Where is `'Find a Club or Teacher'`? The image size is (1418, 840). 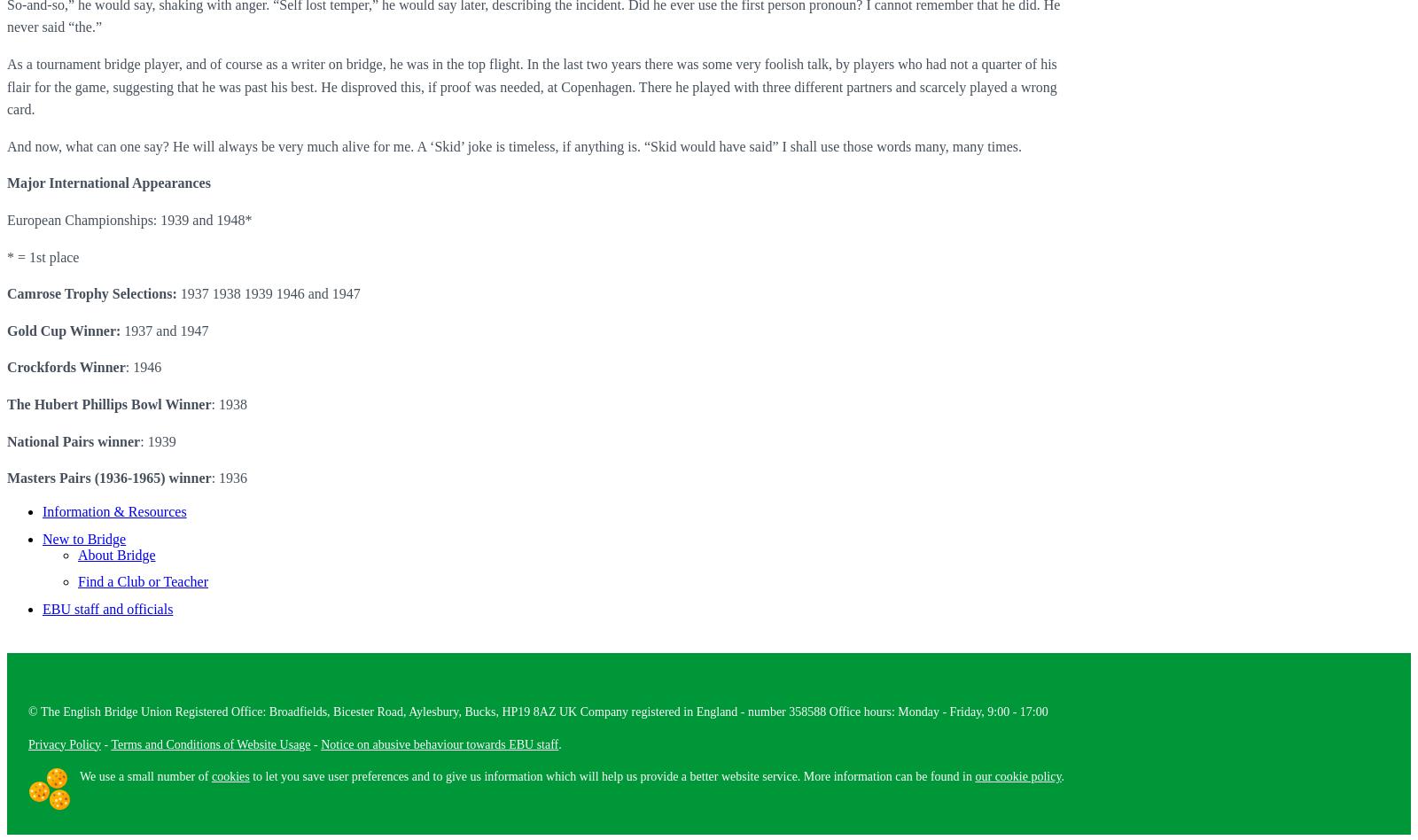
'Find a Club or Teacher' is located at coordinates (142, 580).